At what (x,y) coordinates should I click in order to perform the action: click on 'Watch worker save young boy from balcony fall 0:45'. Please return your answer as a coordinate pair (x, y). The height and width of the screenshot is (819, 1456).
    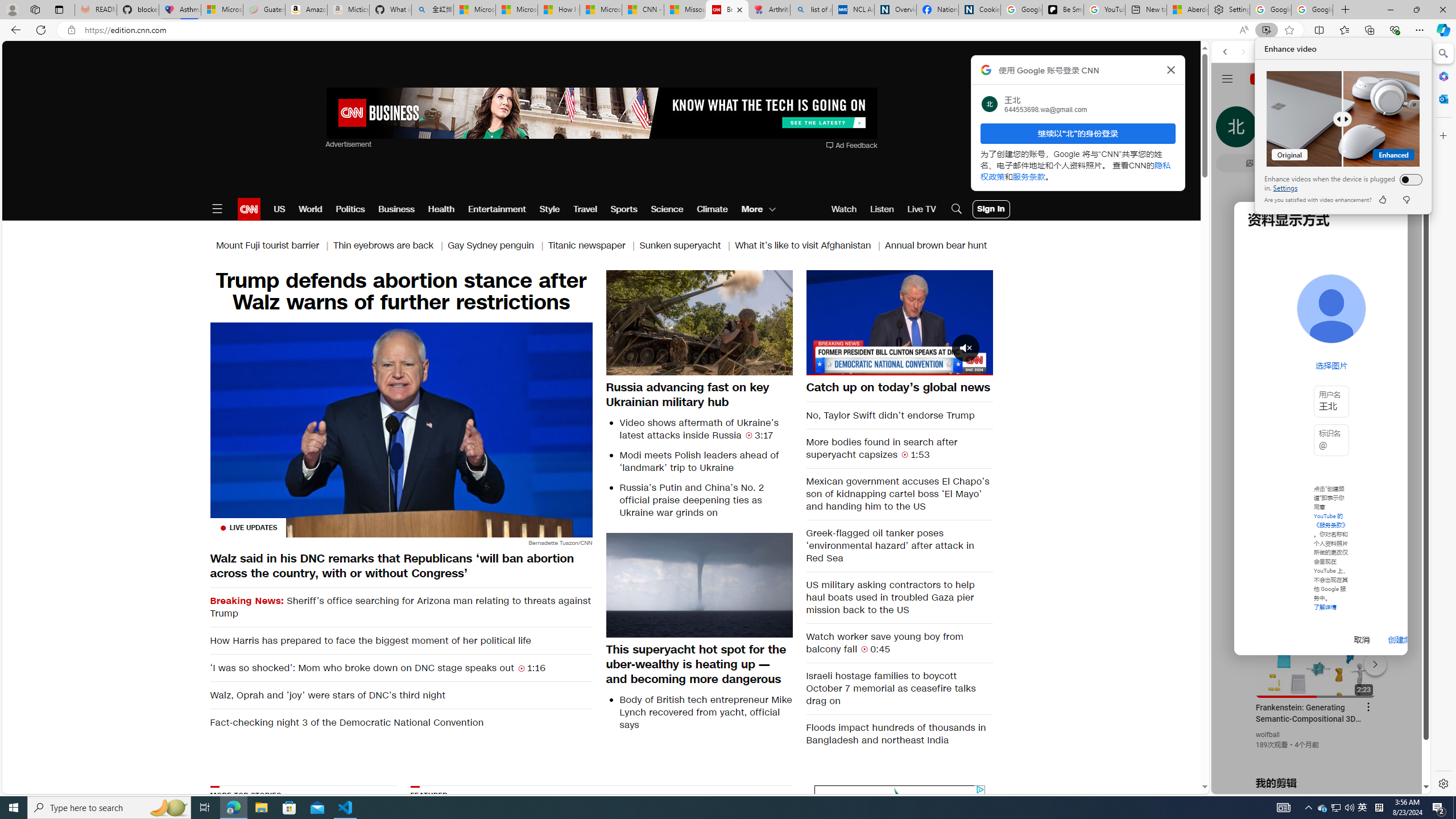
    Looking at the image, I should click on (899, 642).